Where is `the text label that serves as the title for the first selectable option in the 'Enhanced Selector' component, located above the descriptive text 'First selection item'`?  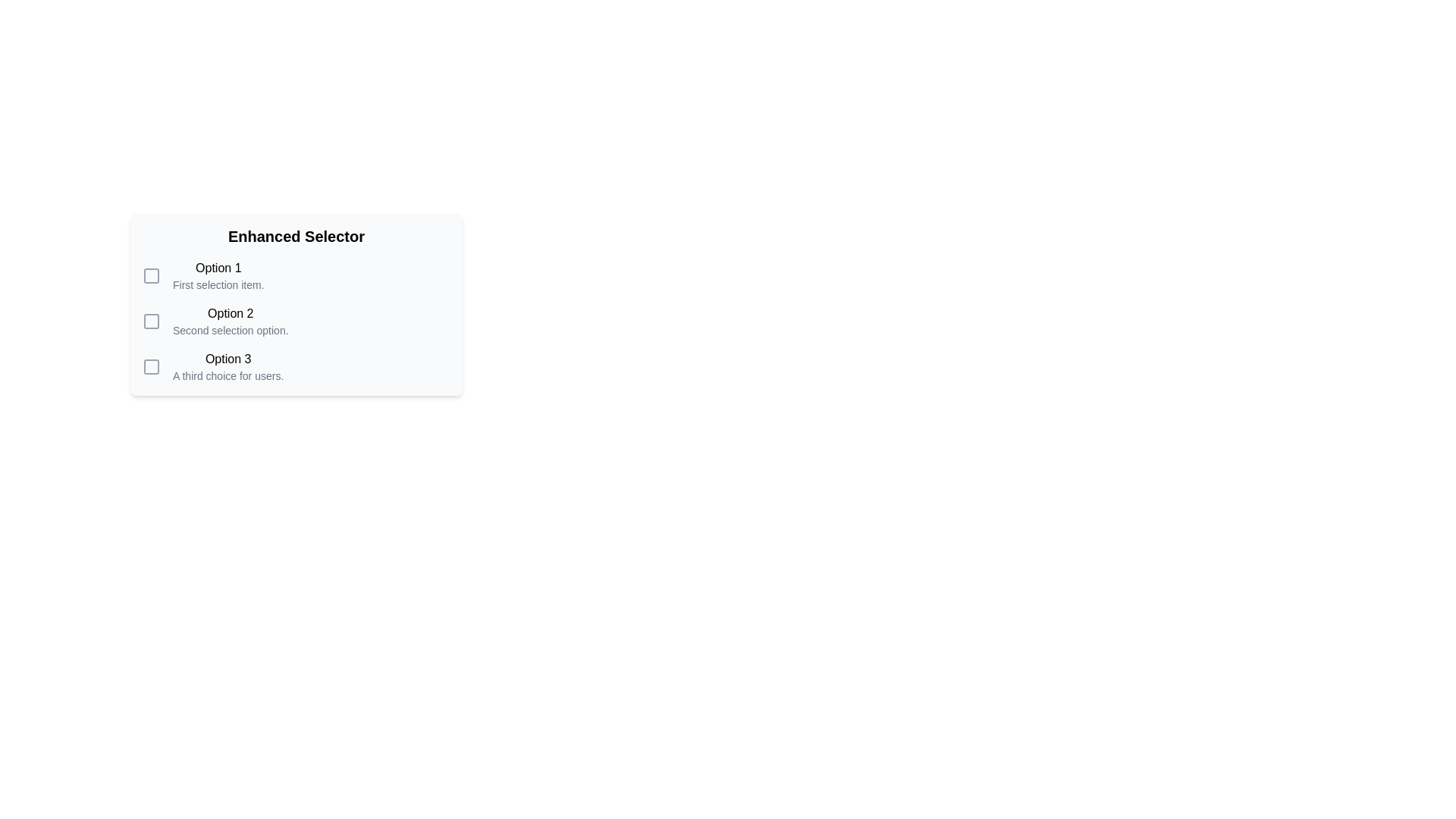 the text label that serves as the title for the first selectable option in the 'Enhanced Selector' component, located above the descriptive text 'First selection item' is located at coordinates (218, 268).